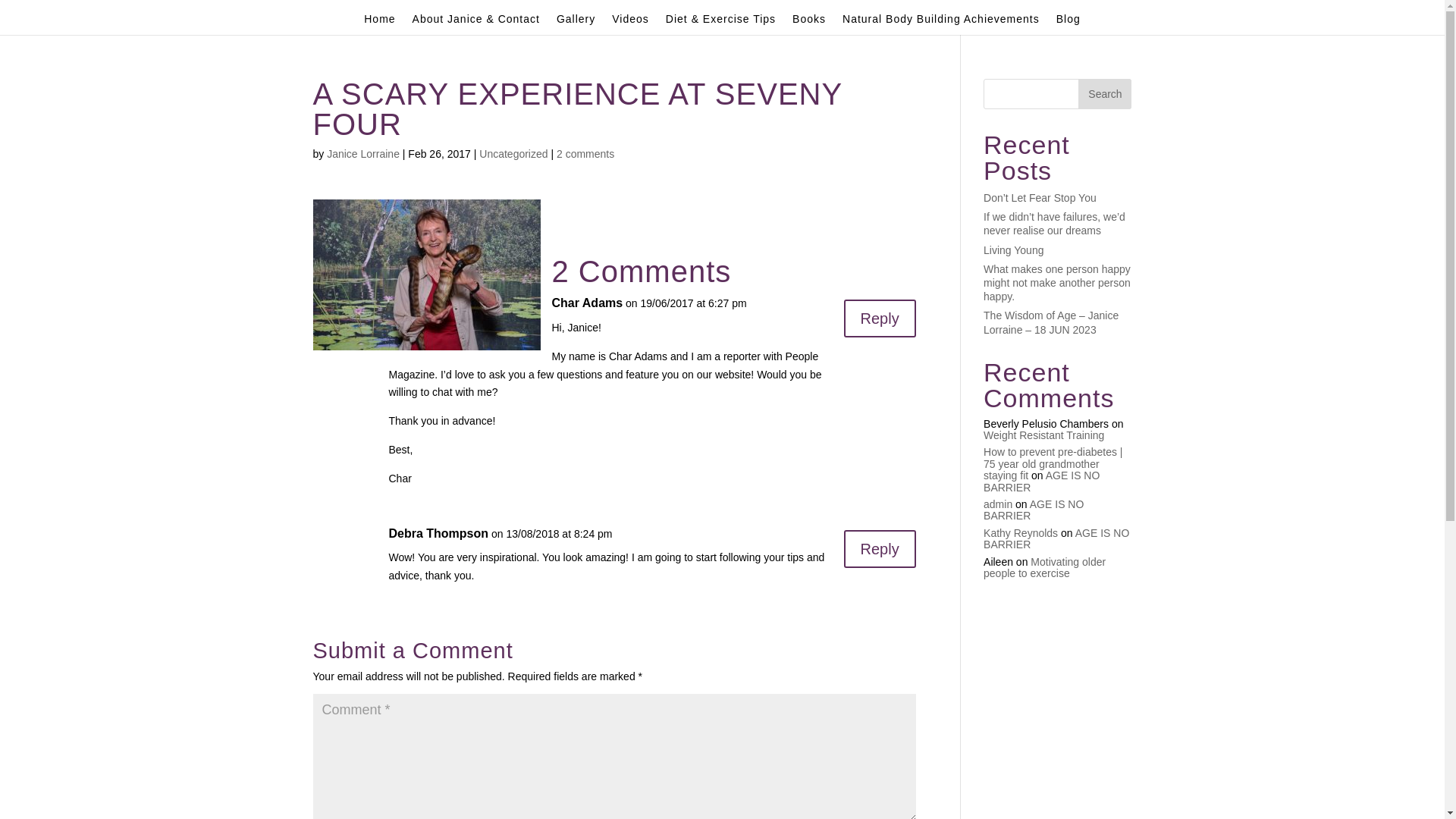 The image size is (1456, 819). Describe the element at coordinates (1020, 532) in the screenshot. I see `'Kathy Reynolds'` at that location.